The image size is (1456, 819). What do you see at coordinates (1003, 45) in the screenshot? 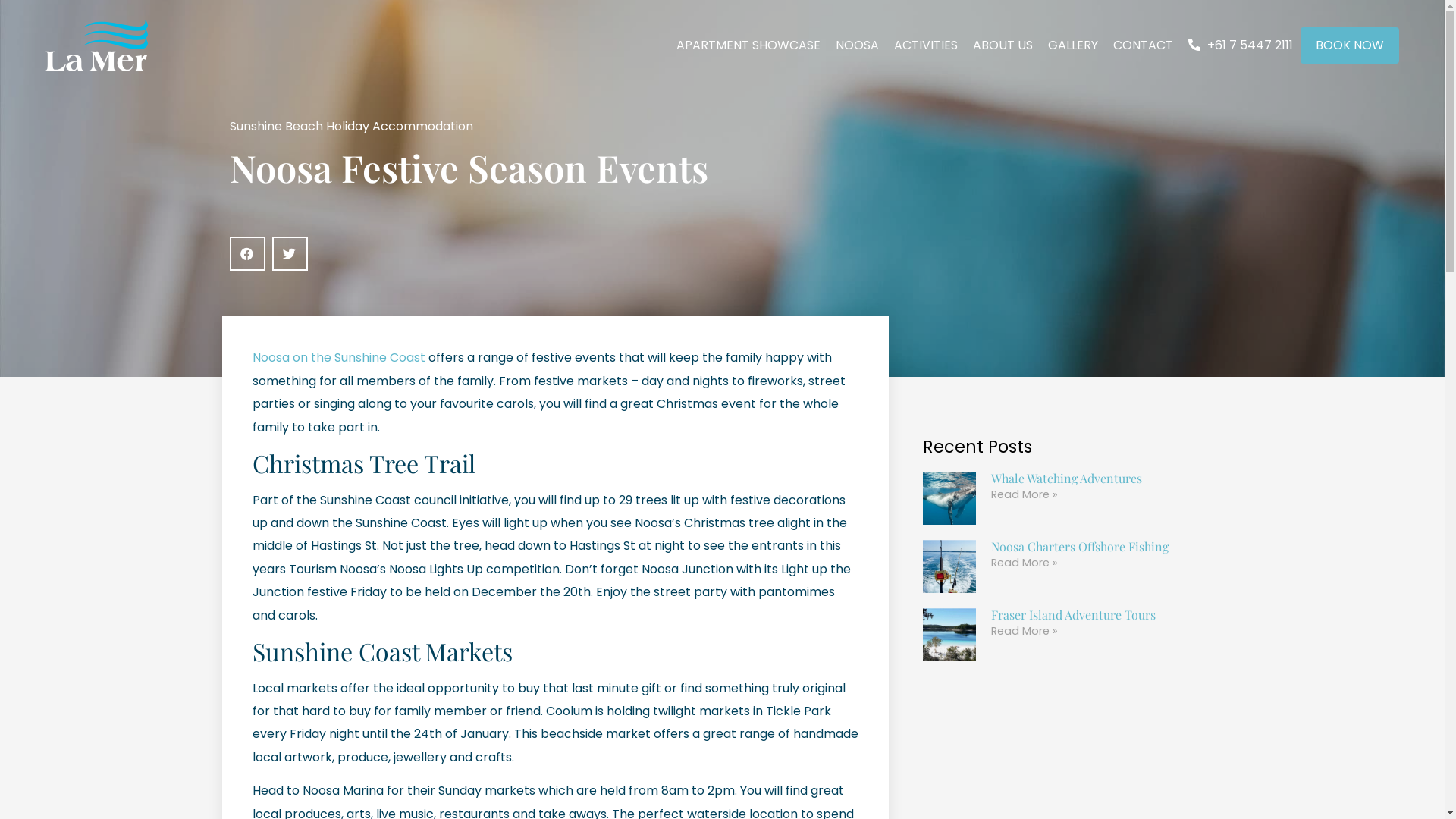
I see `'ABOUT US'` at bounding box center [1003, 45].